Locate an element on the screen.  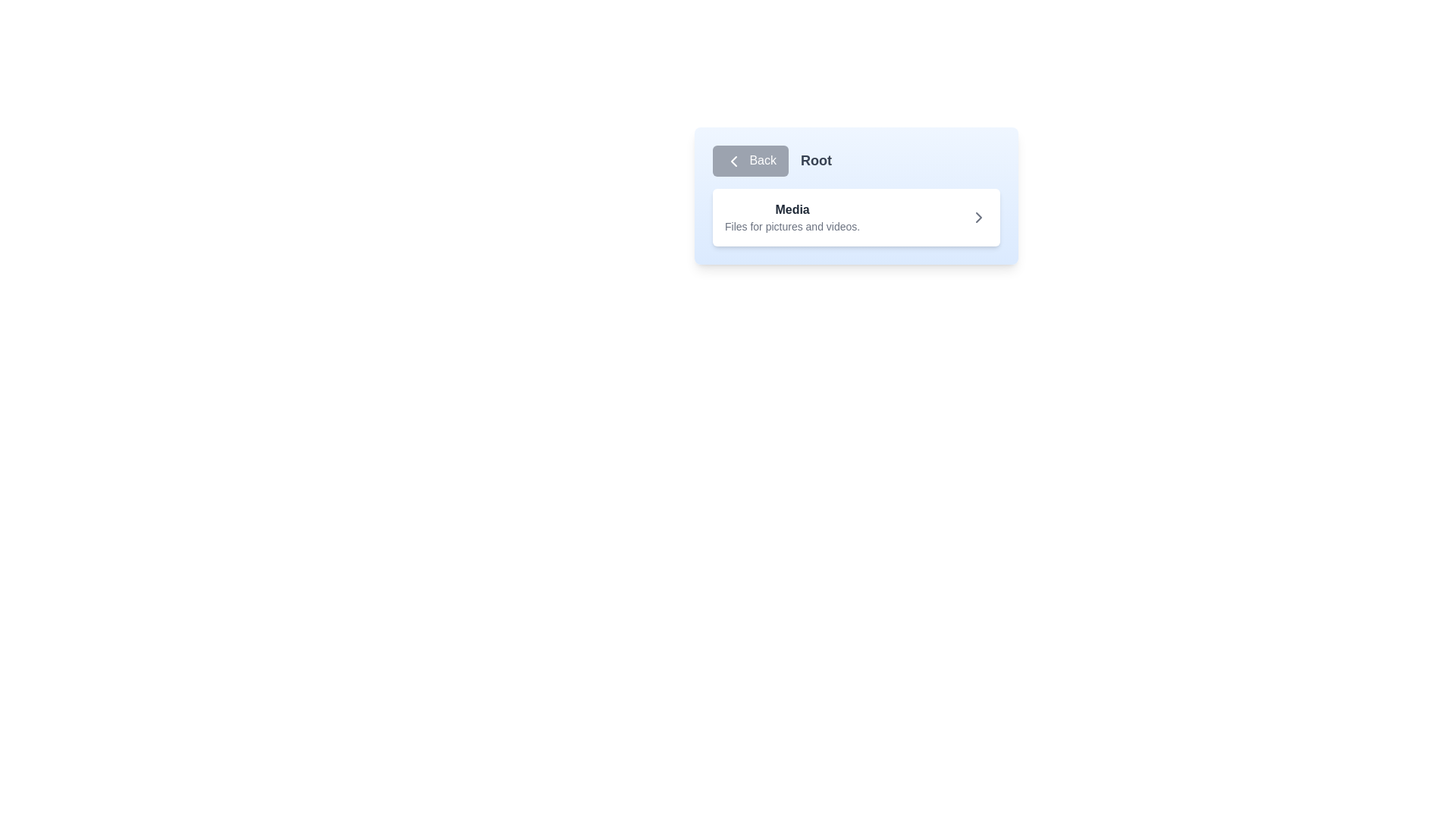
the static text label that reads 'Files for pictures and videos.' positioned beneath the title 'Media' is located at coordinates (792, 226).